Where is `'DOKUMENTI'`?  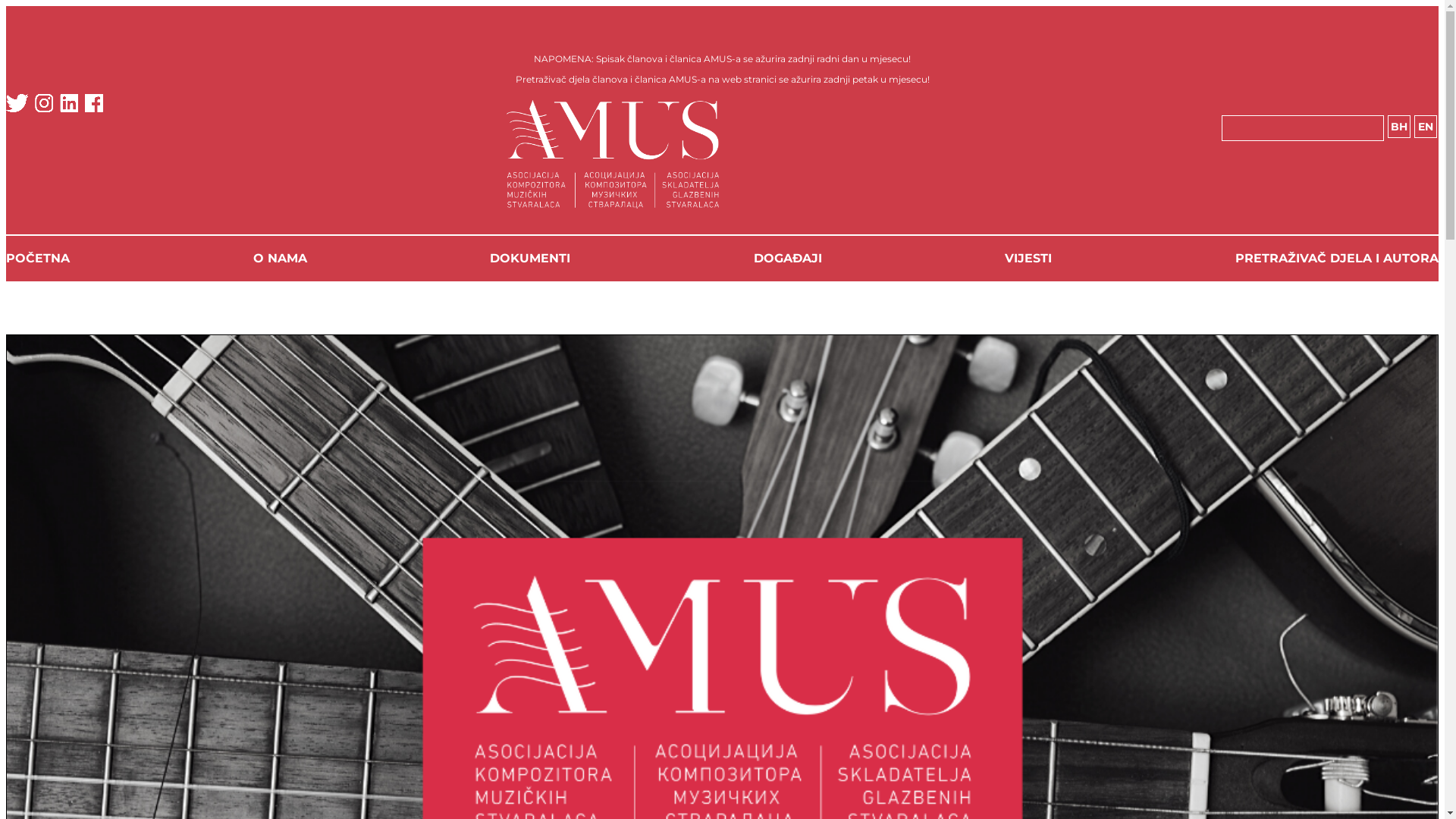
'DOKUMENTI' is located at coordinates (530, 257).